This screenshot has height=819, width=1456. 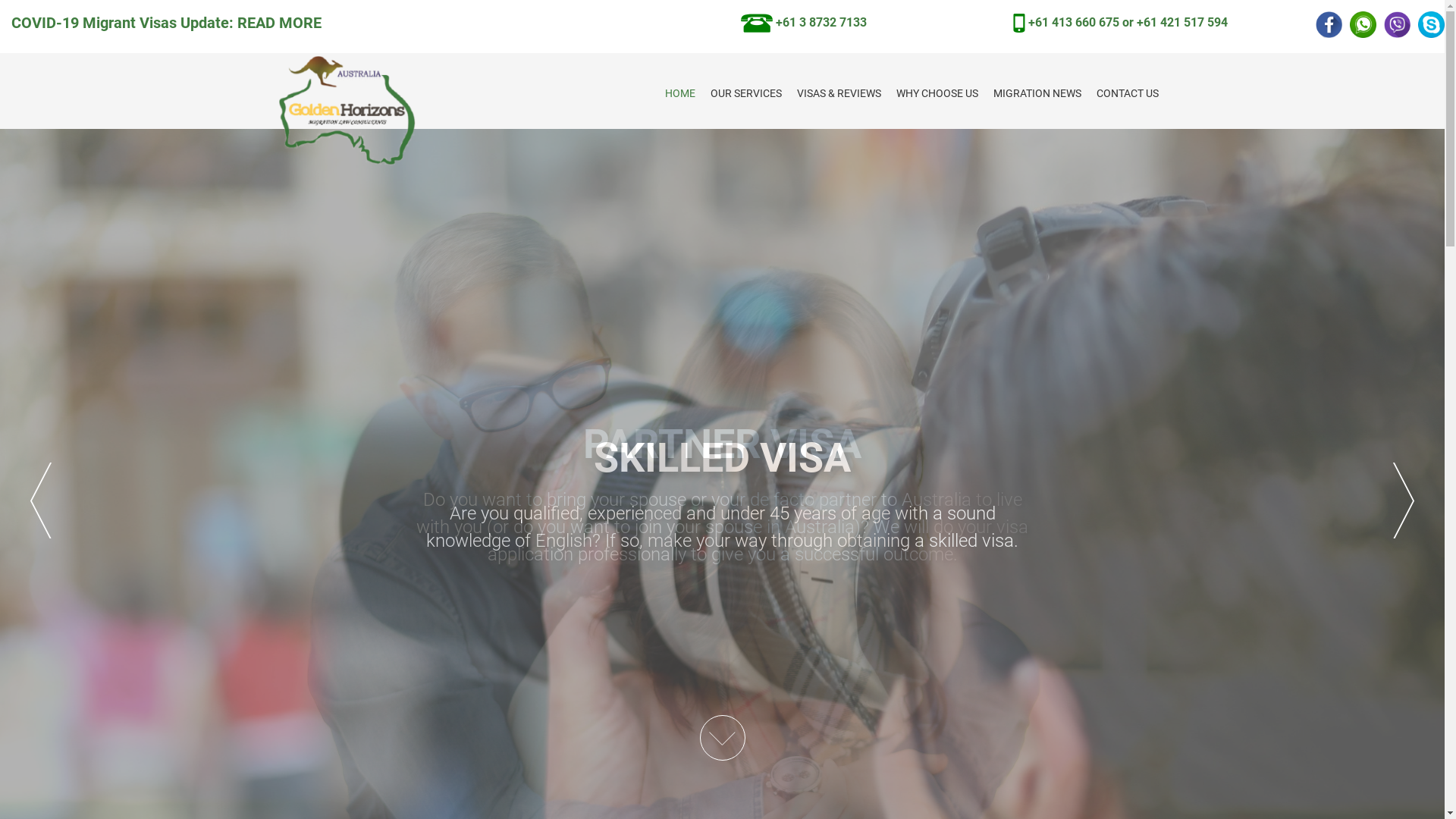 I want to click on 'Prev', so click(x=40, y=500).